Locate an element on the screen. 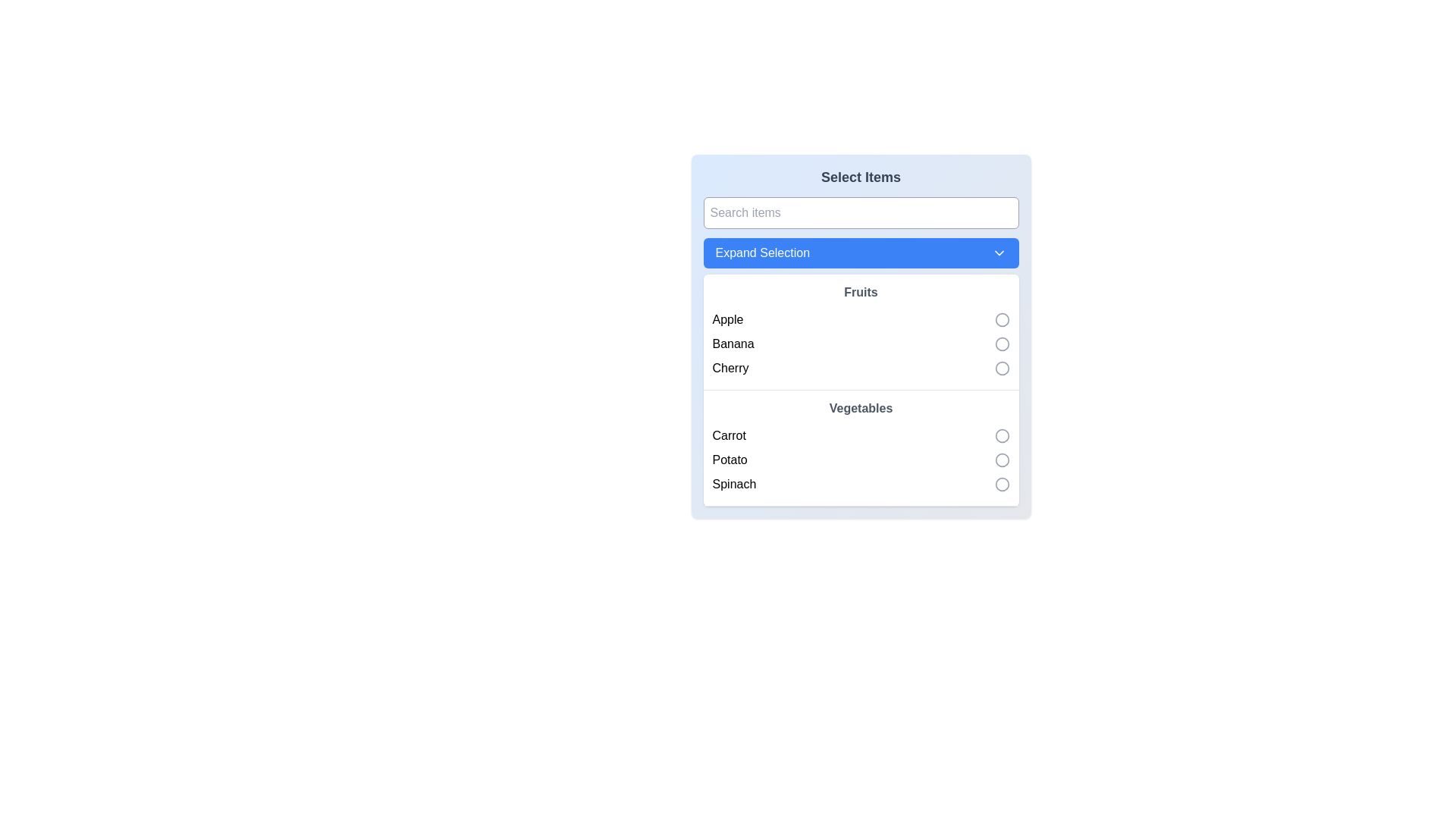  the 'Banana' label, which is the second item in the 'Fruits' section of the 'Select Items' interface, displaying the text in black and a sans-serif font is located at coordinates (733, 344).